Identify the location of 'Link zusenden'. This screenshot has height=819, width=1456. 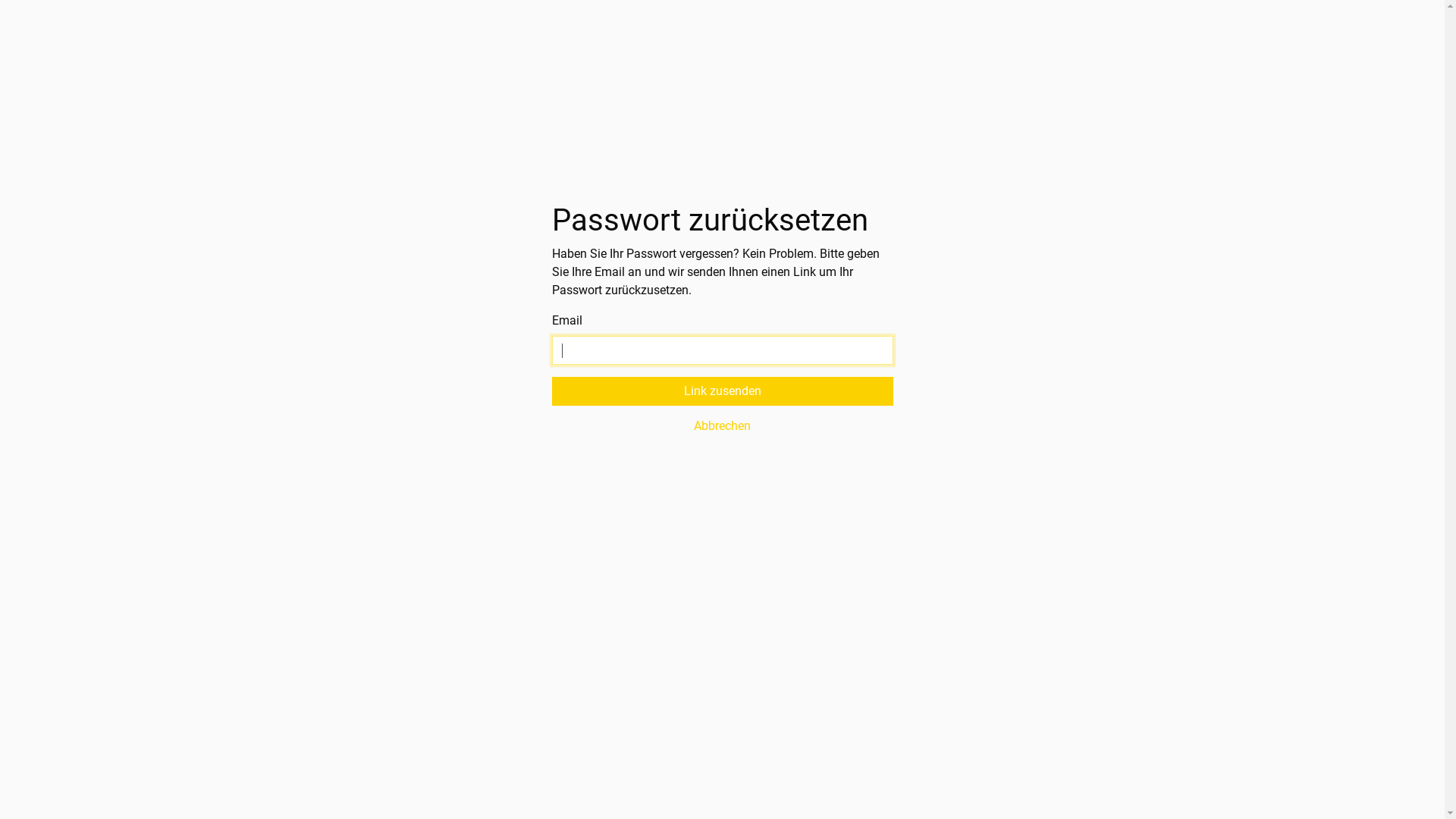
(722, 391).